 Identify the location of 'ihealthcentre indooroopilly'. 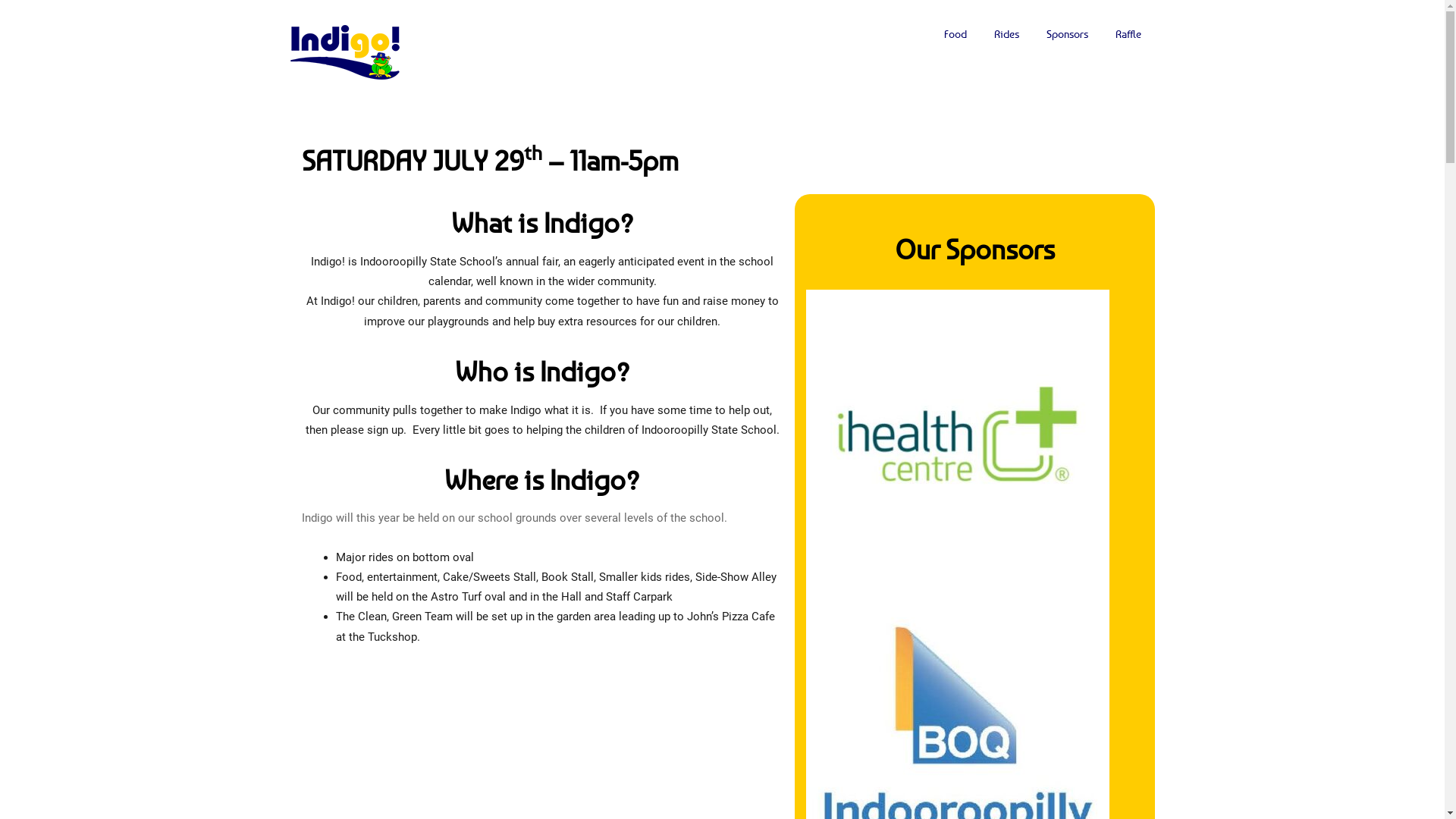
(804, 441).